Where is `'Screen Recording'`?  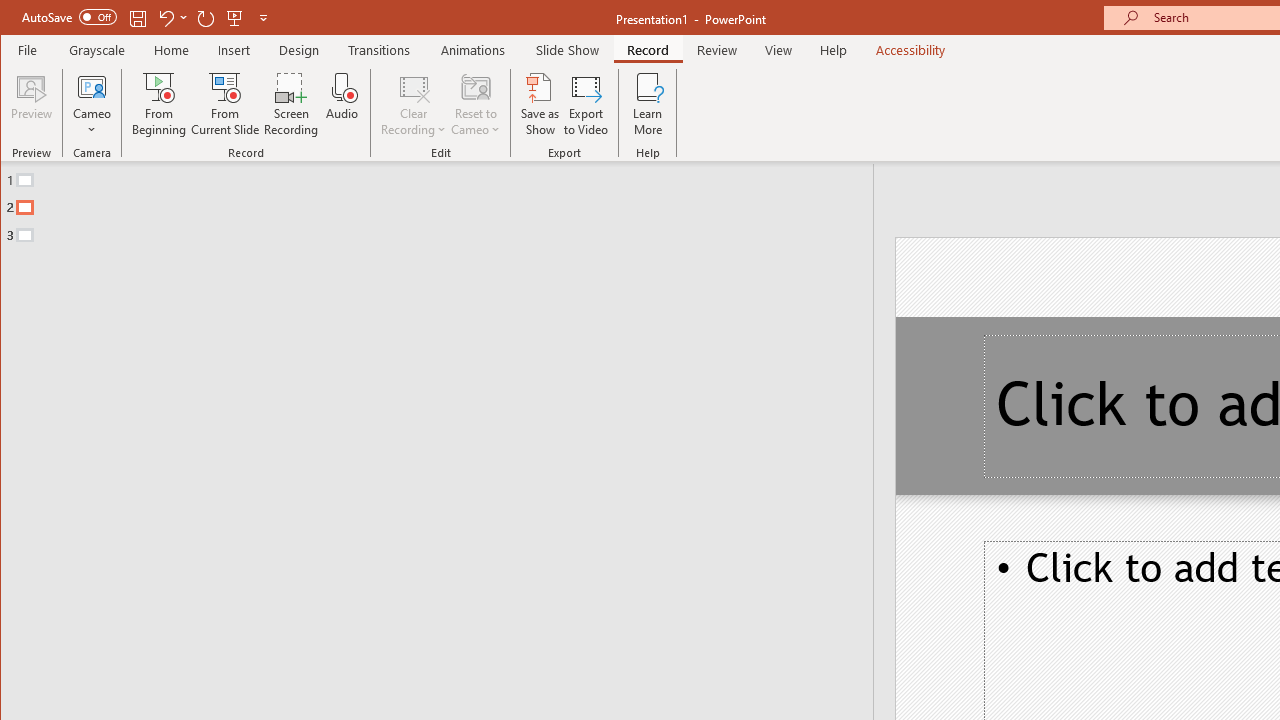 'Screen Recording' is located at coordinates (290, 104).